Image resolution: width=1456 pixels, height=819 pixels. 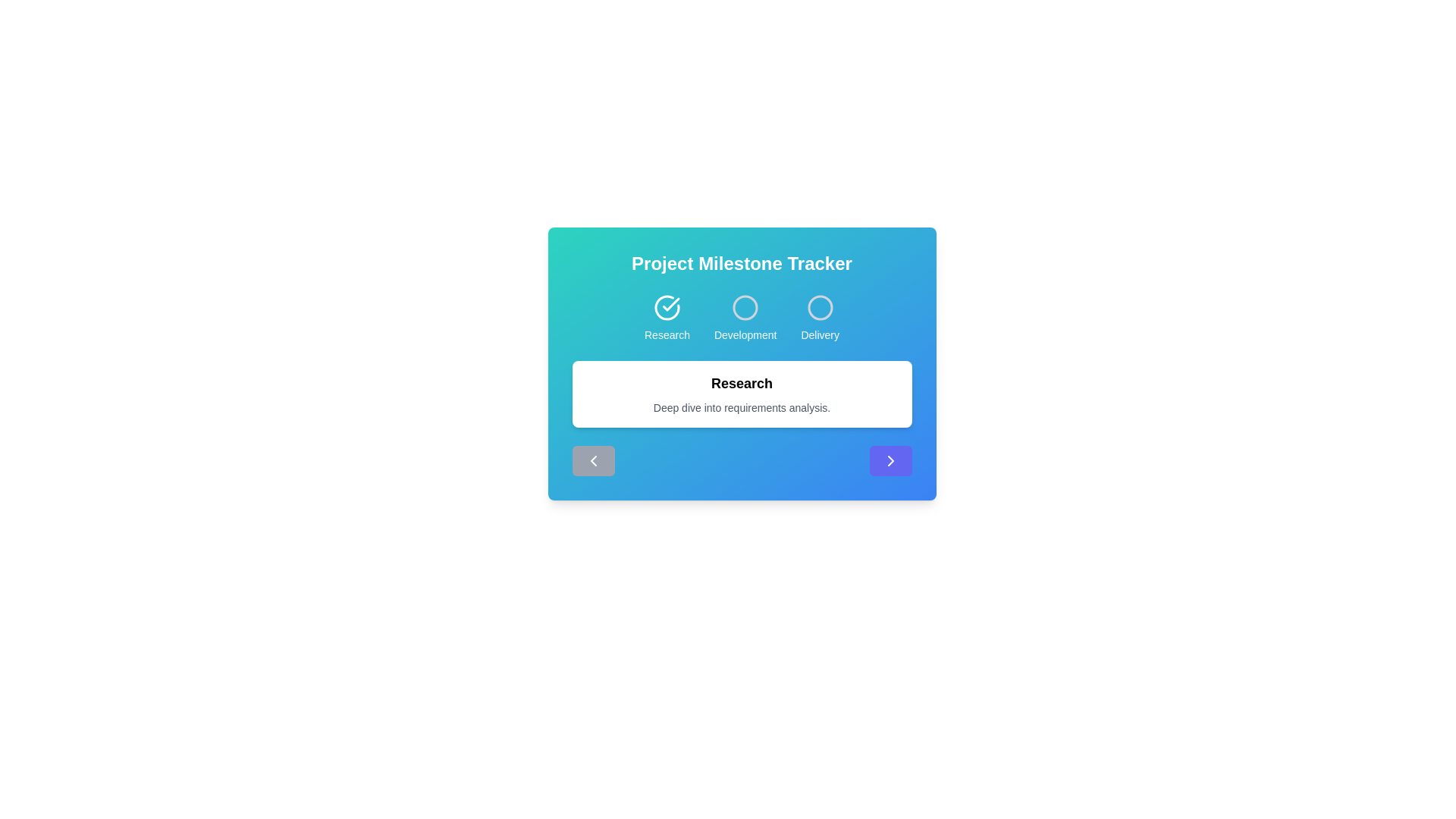 I want to click on the current or completed status of the 'Research' milestone, so click(x=667, y=307).